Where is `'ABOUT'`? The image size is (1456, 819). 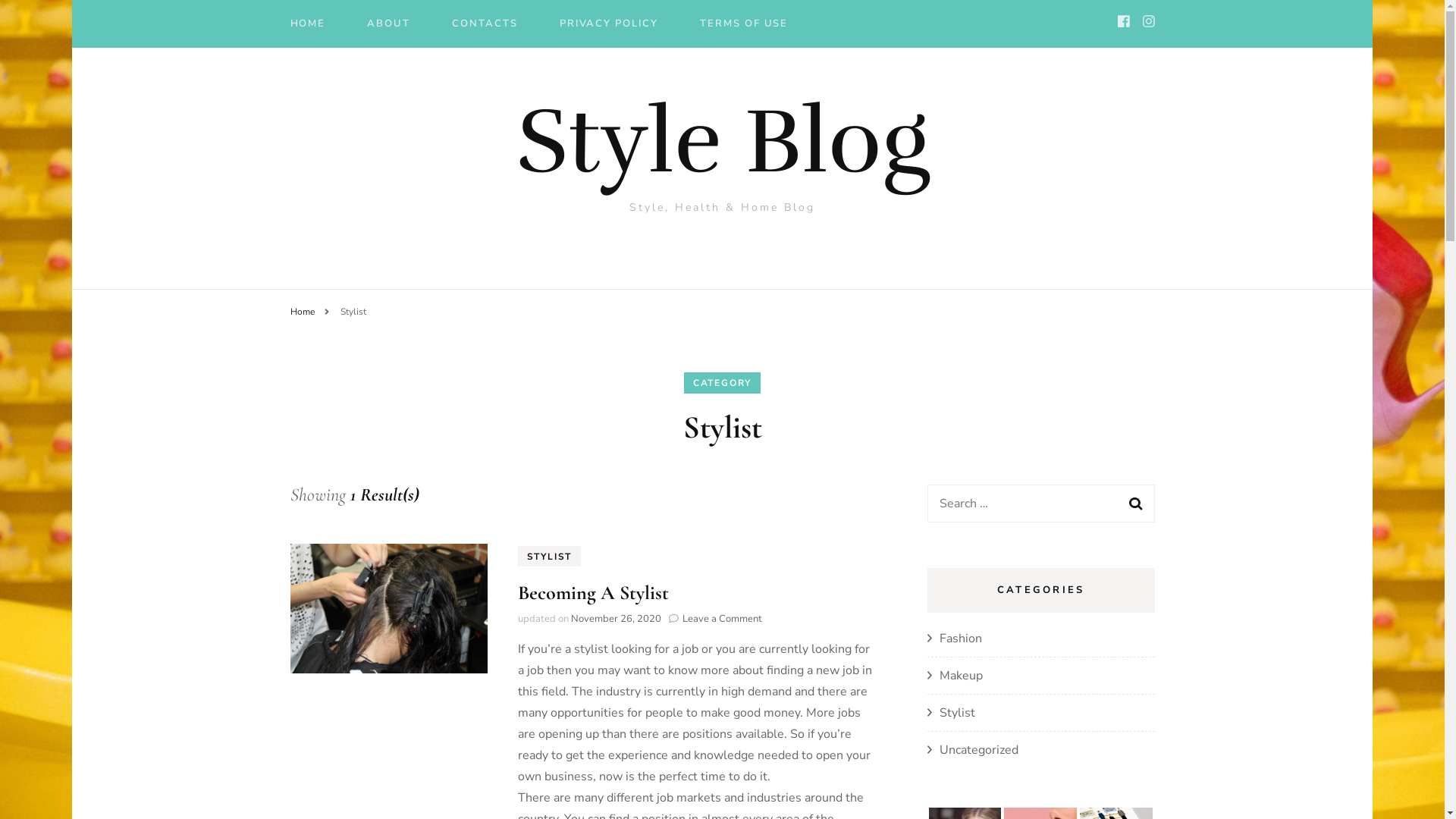 'ABOUT' is located at coordinates (367, 25).